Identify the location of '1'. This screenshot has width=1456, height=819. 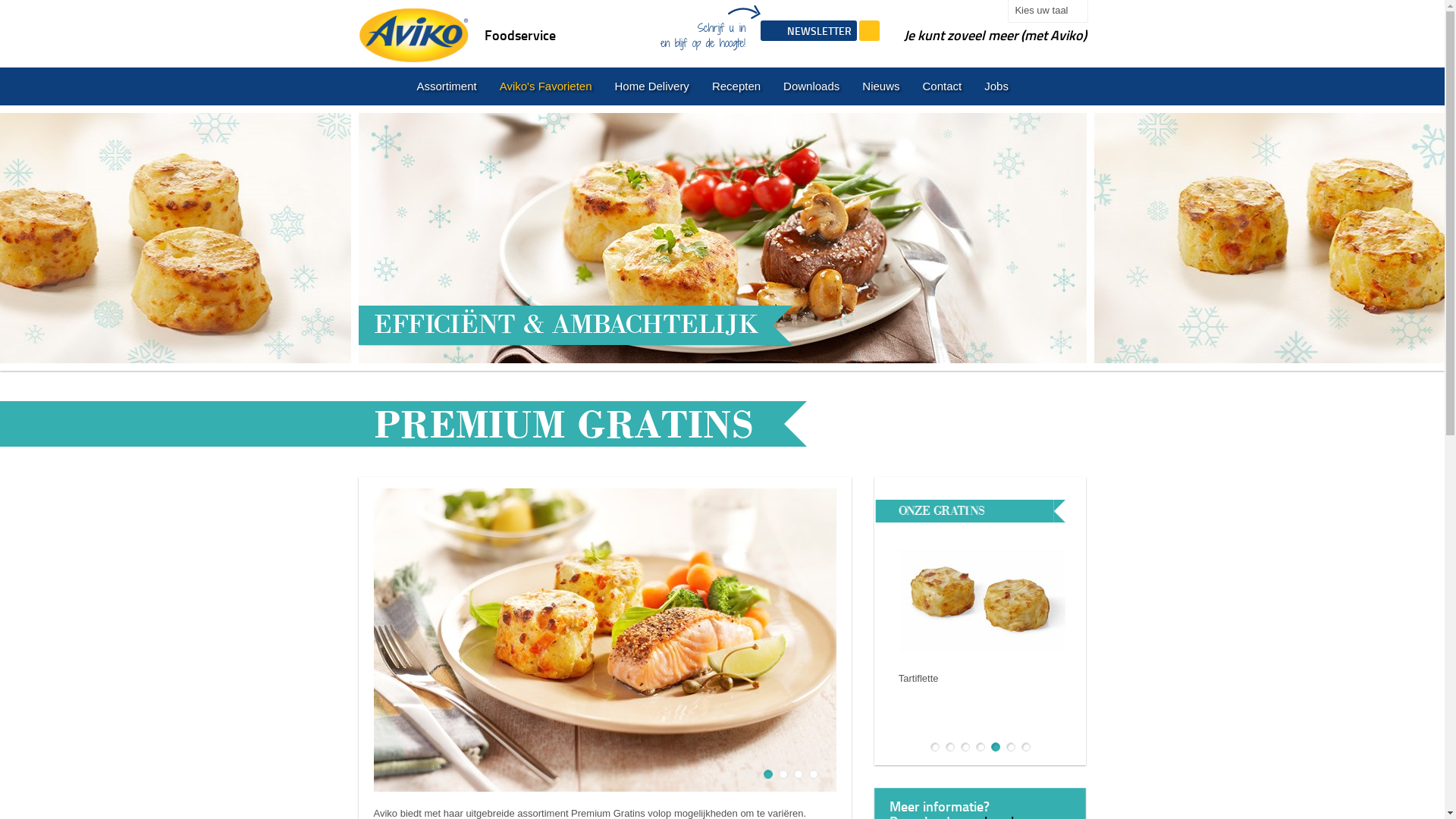
(934, 745).